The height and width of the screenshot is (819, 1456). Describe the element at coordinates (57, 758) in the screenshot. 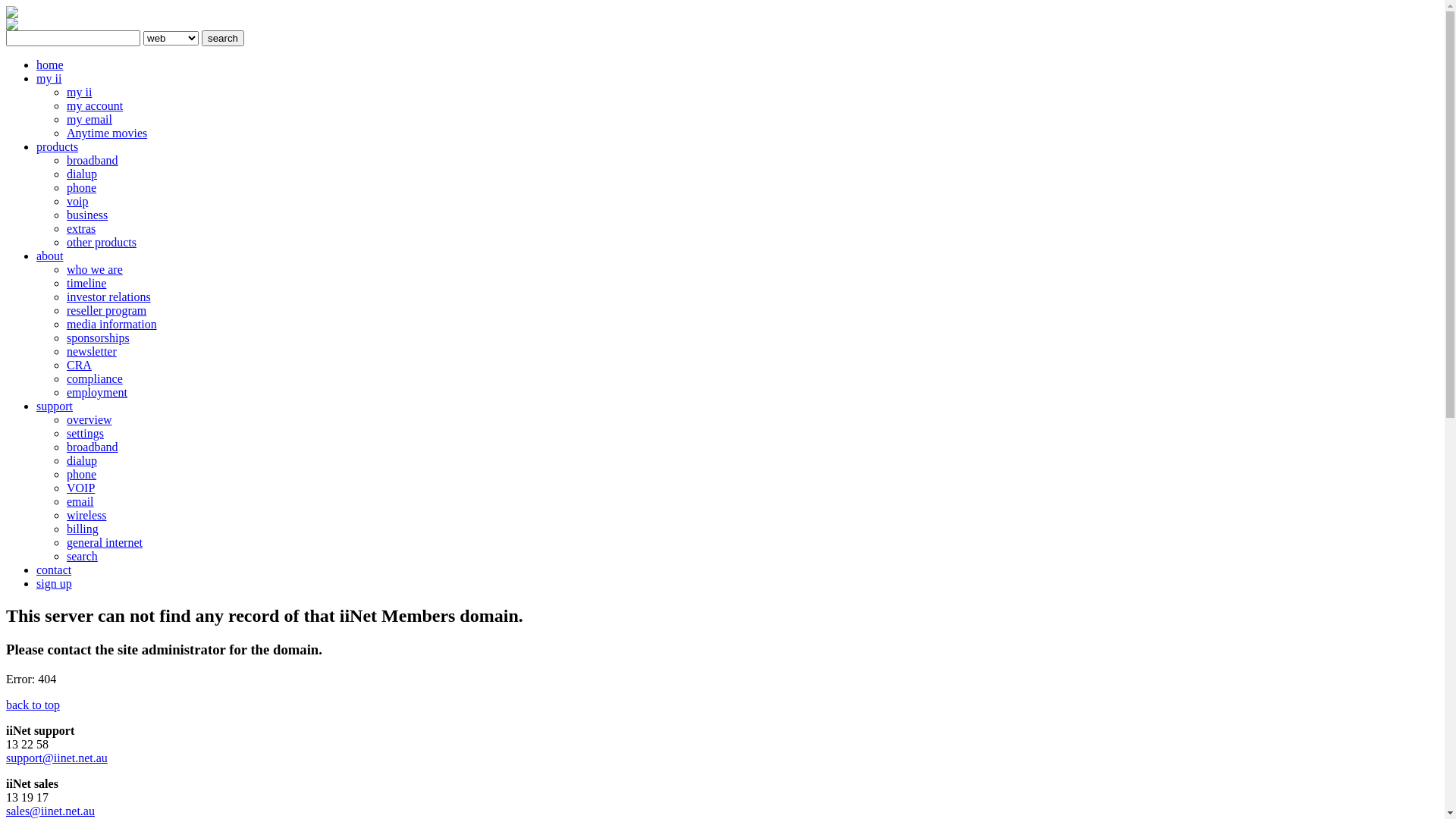

I see `'support@iinet.net.au'` at that location.